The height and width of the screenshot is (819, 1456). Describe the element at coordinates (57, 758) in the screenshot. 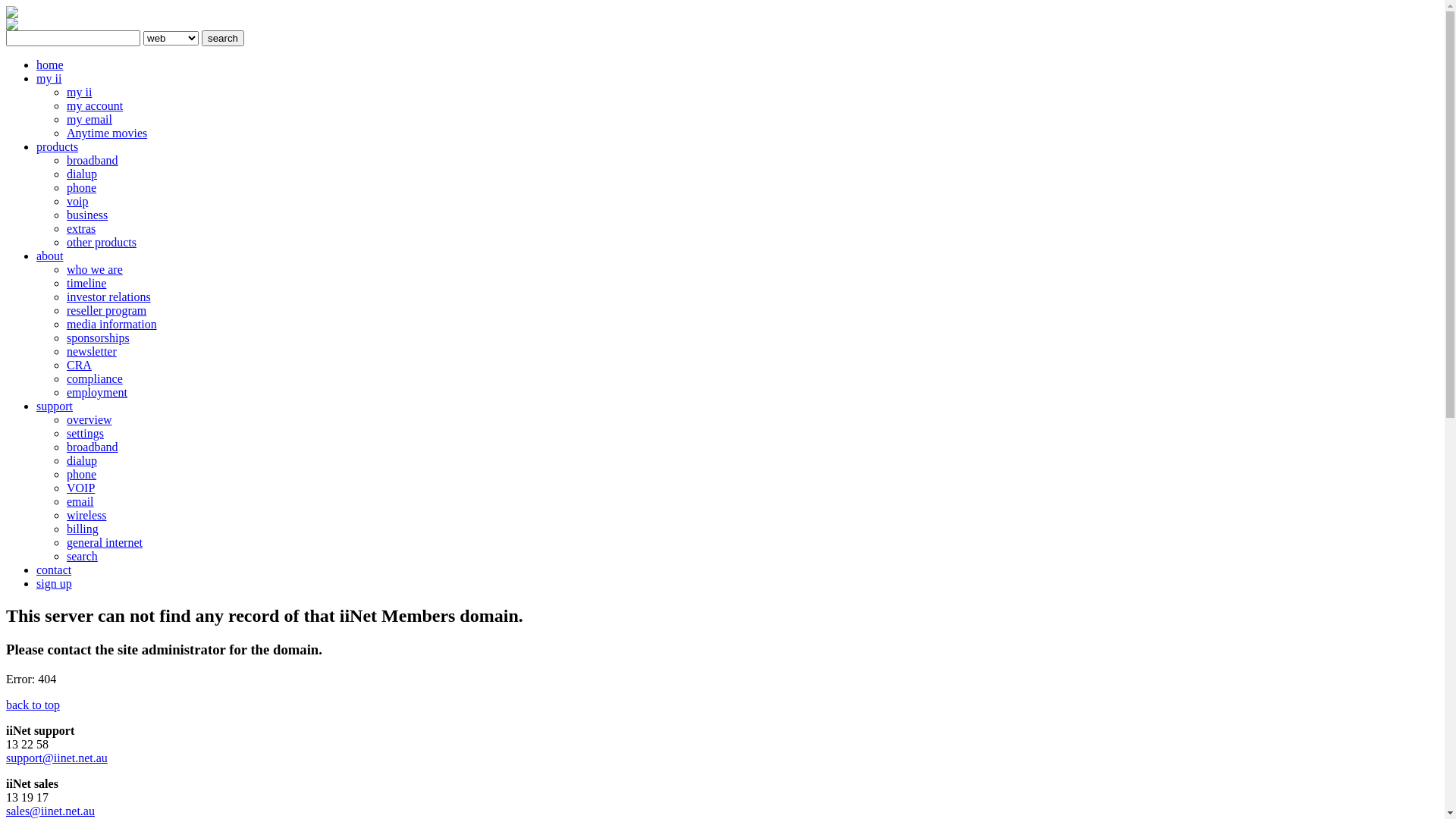

I see `'support@iinet.net.au'` at that location.